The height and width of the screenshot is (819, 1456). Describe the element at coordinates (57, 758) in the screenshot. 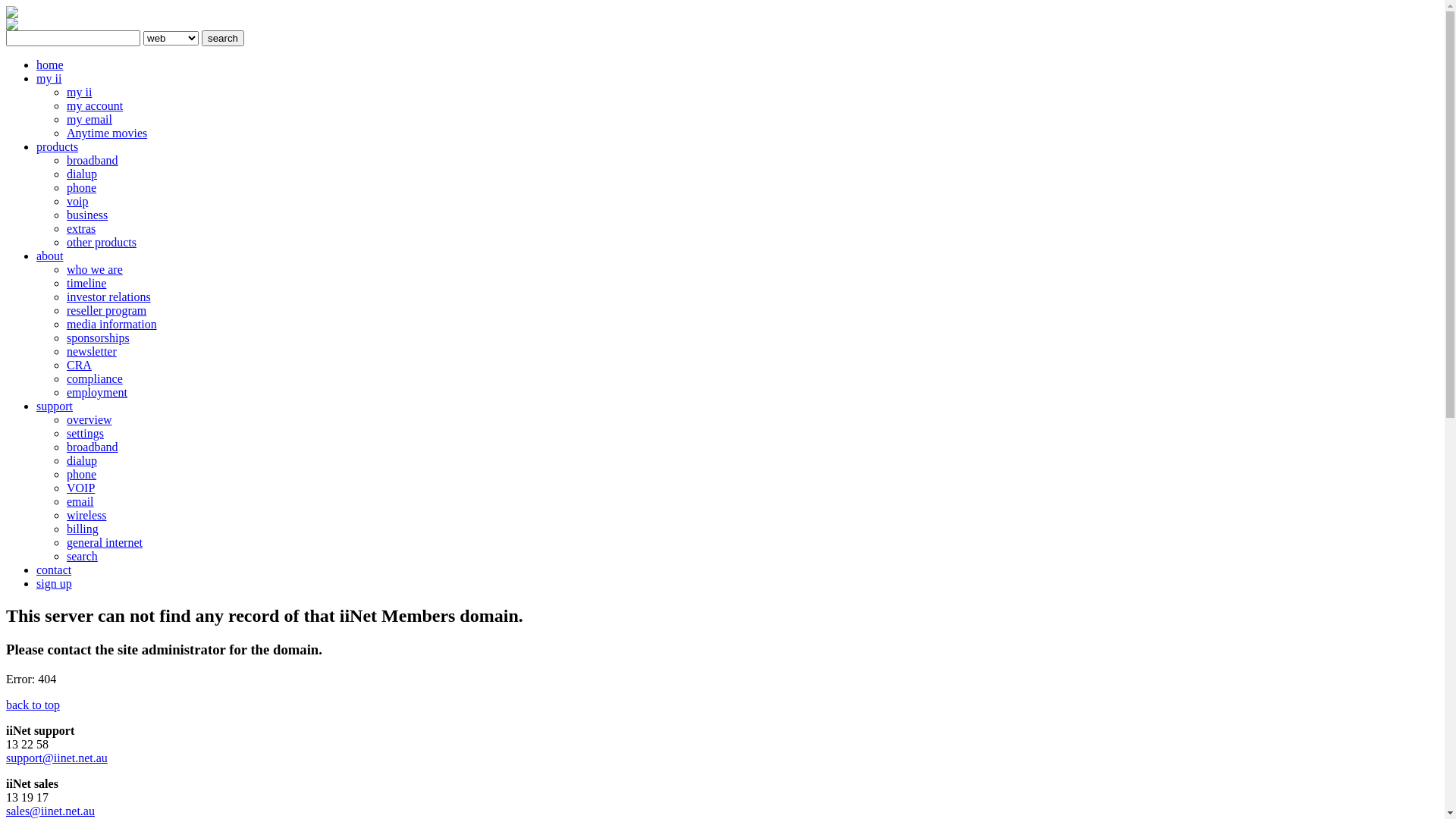

I see `'support@iinet.net.au'` at that location.